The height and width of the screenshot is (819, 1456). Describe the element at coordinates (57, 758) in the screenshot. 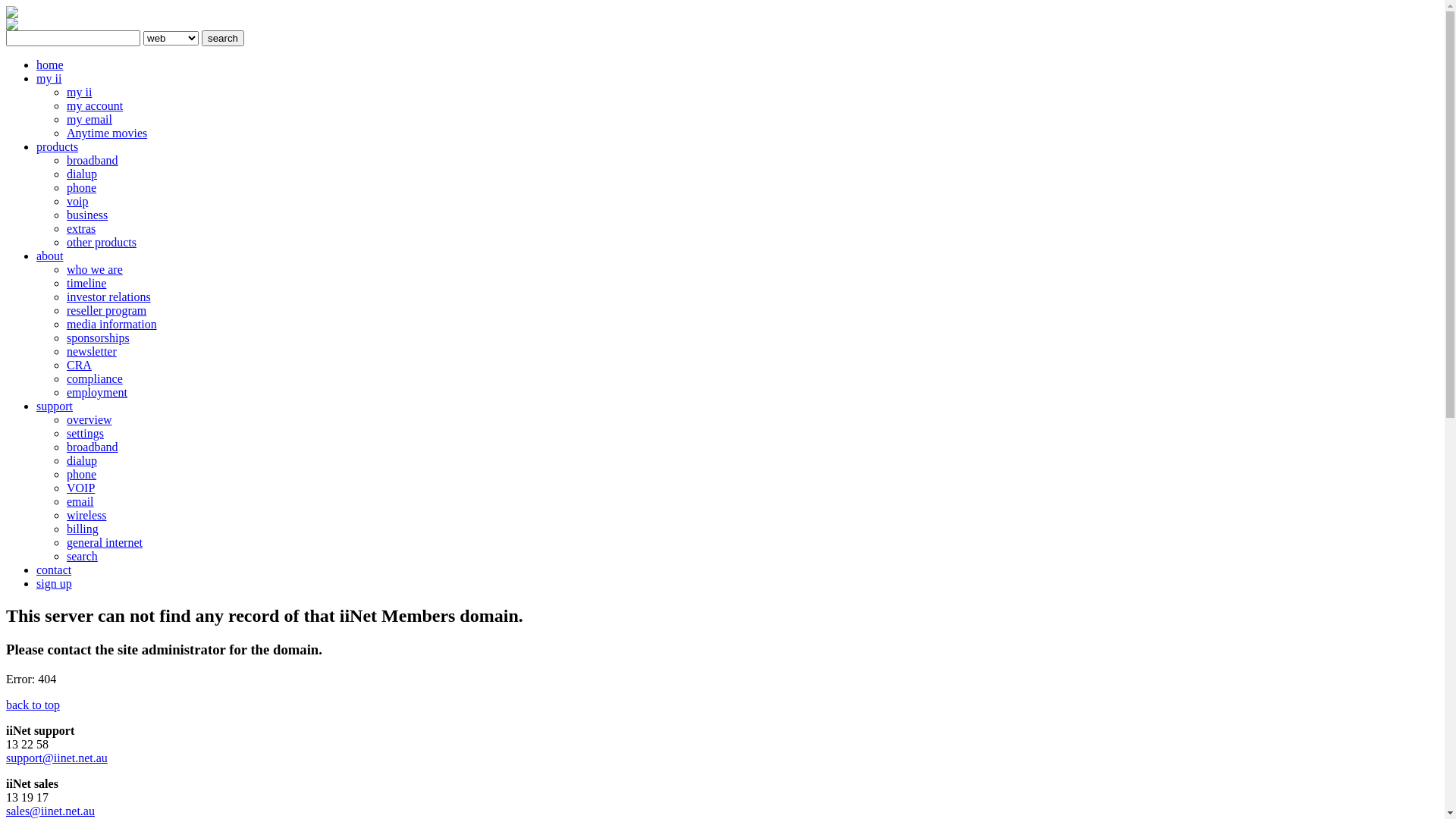

I see `'support@iinet.net.au'` at that location.